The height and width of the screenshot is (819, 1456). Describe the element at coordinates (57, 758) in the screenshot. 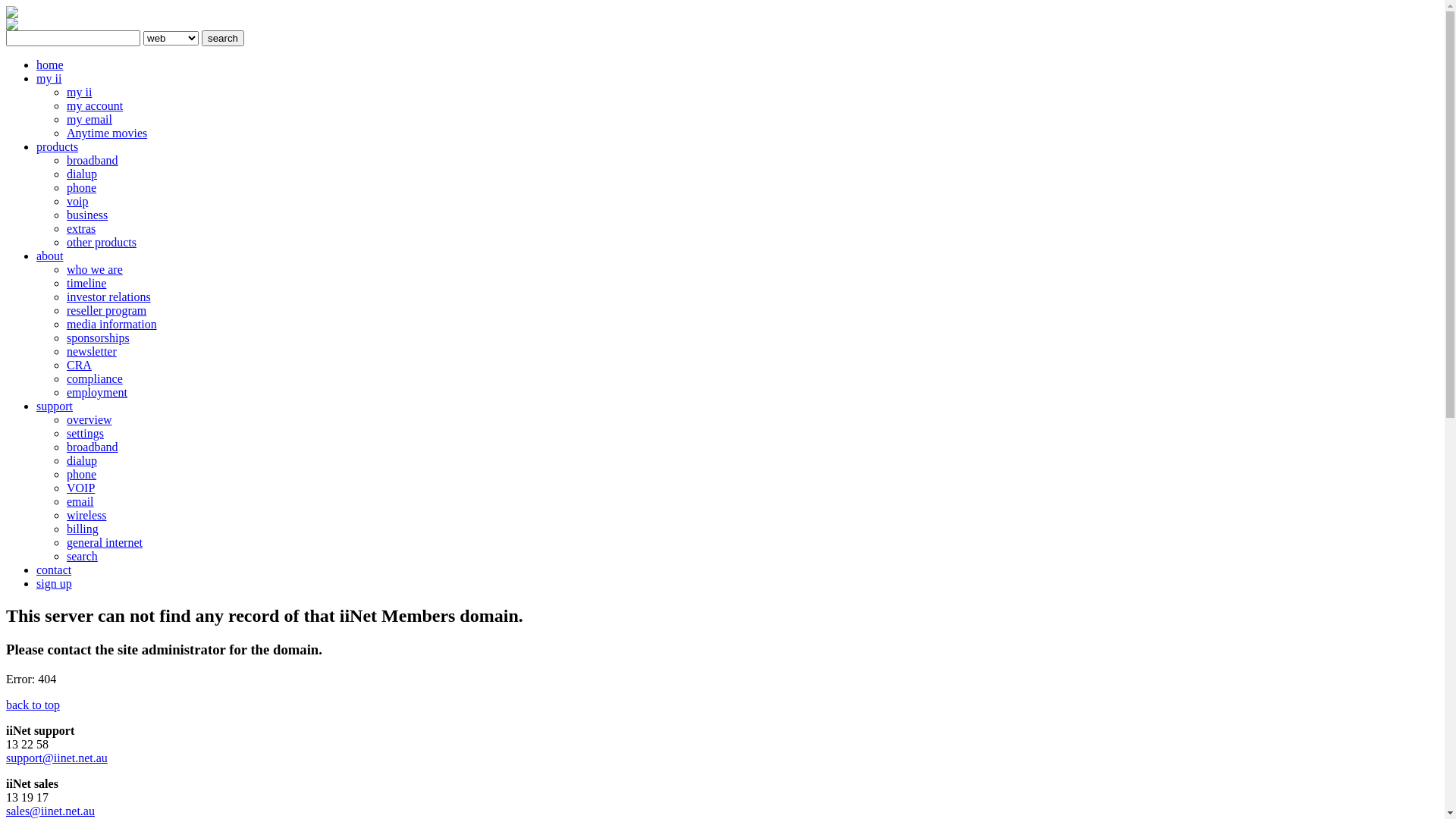

I see `'support@iinet.net.au'` at that location.